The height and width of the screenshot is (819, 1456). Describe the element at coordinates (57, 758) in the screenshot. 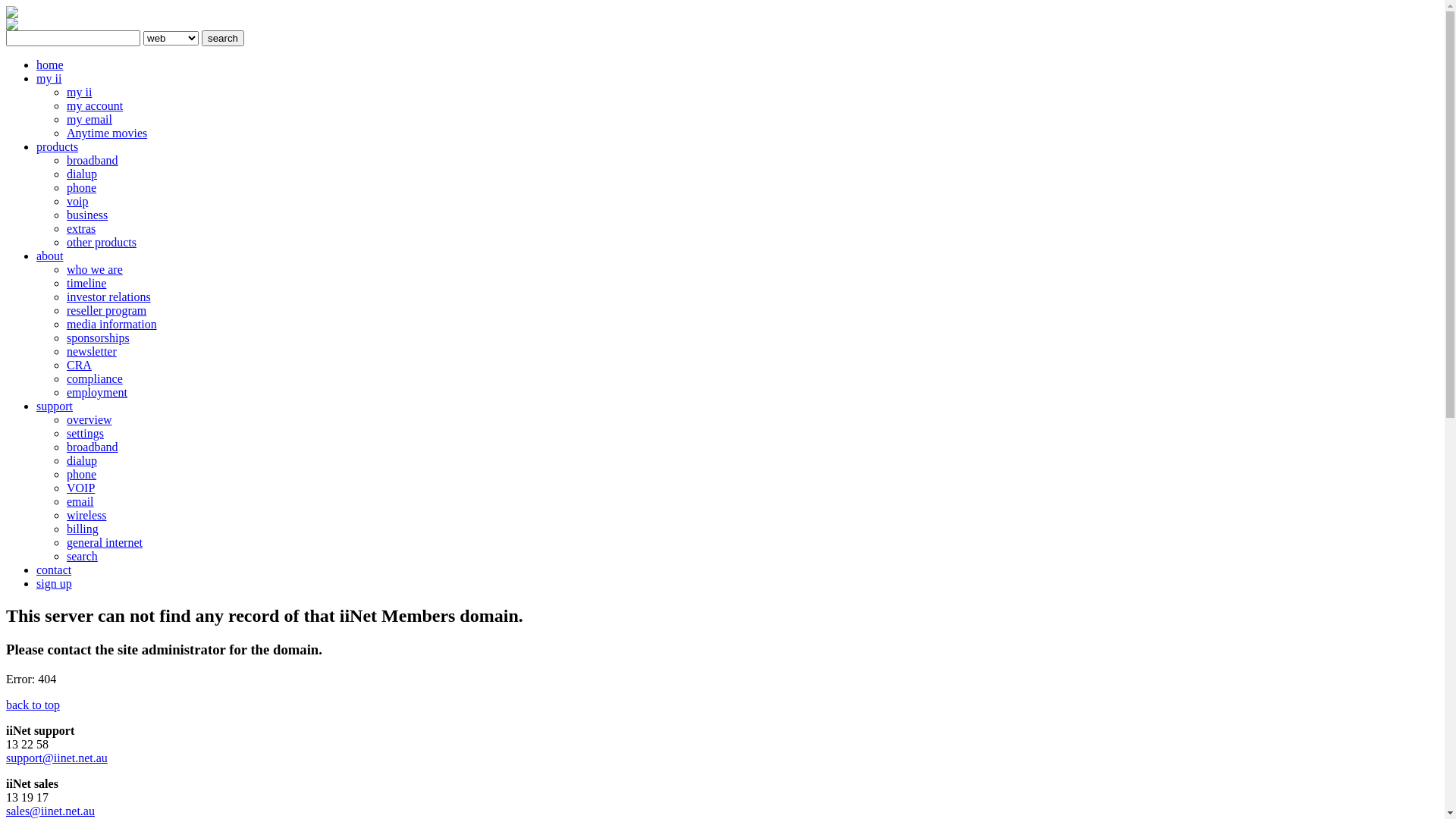

I see `'support@iinet.net.au'` at that location.